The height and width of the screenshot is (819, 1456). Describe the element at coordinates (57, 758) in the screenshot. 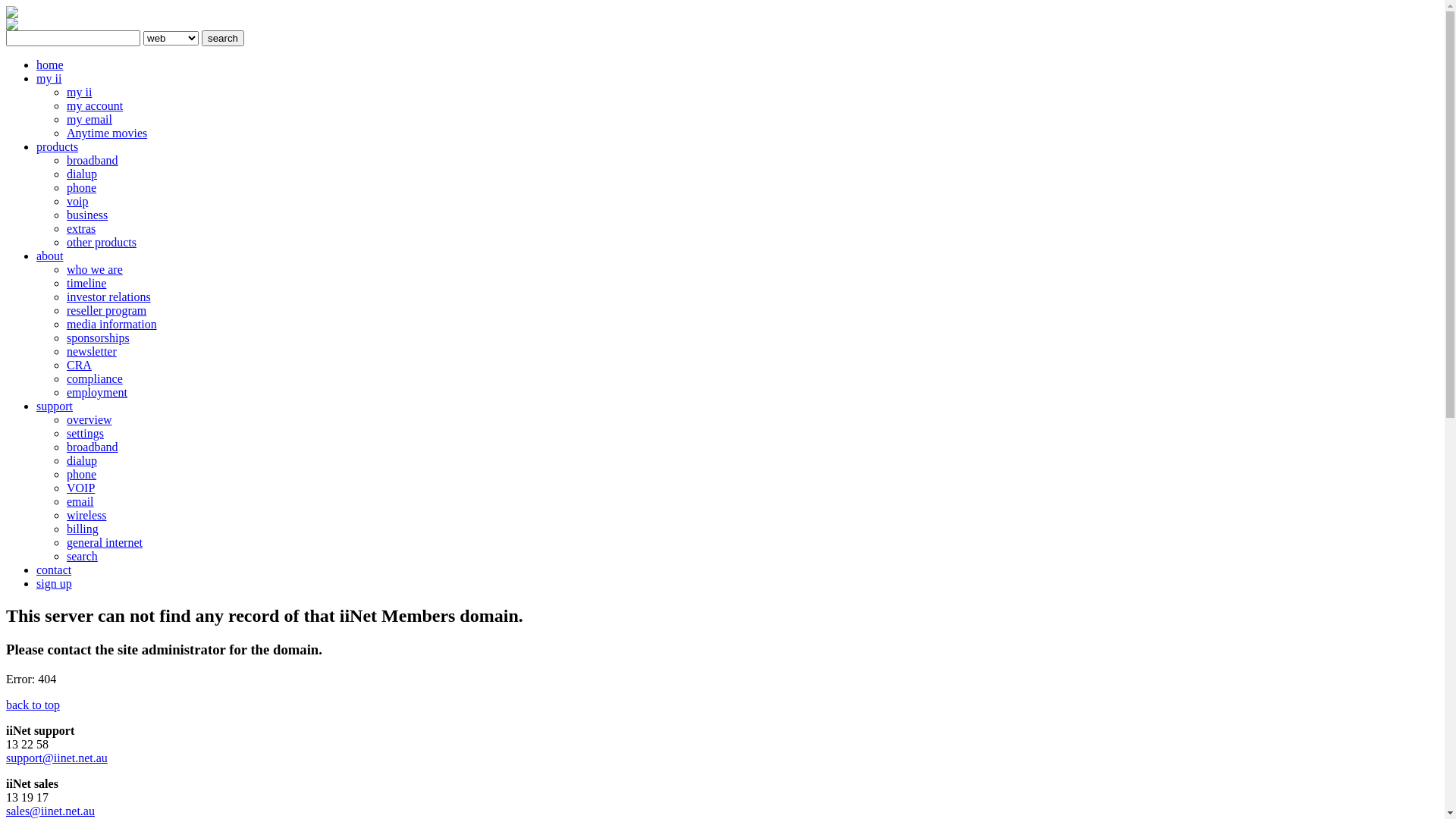

I see `'support@iinet.net.au'` at that location.